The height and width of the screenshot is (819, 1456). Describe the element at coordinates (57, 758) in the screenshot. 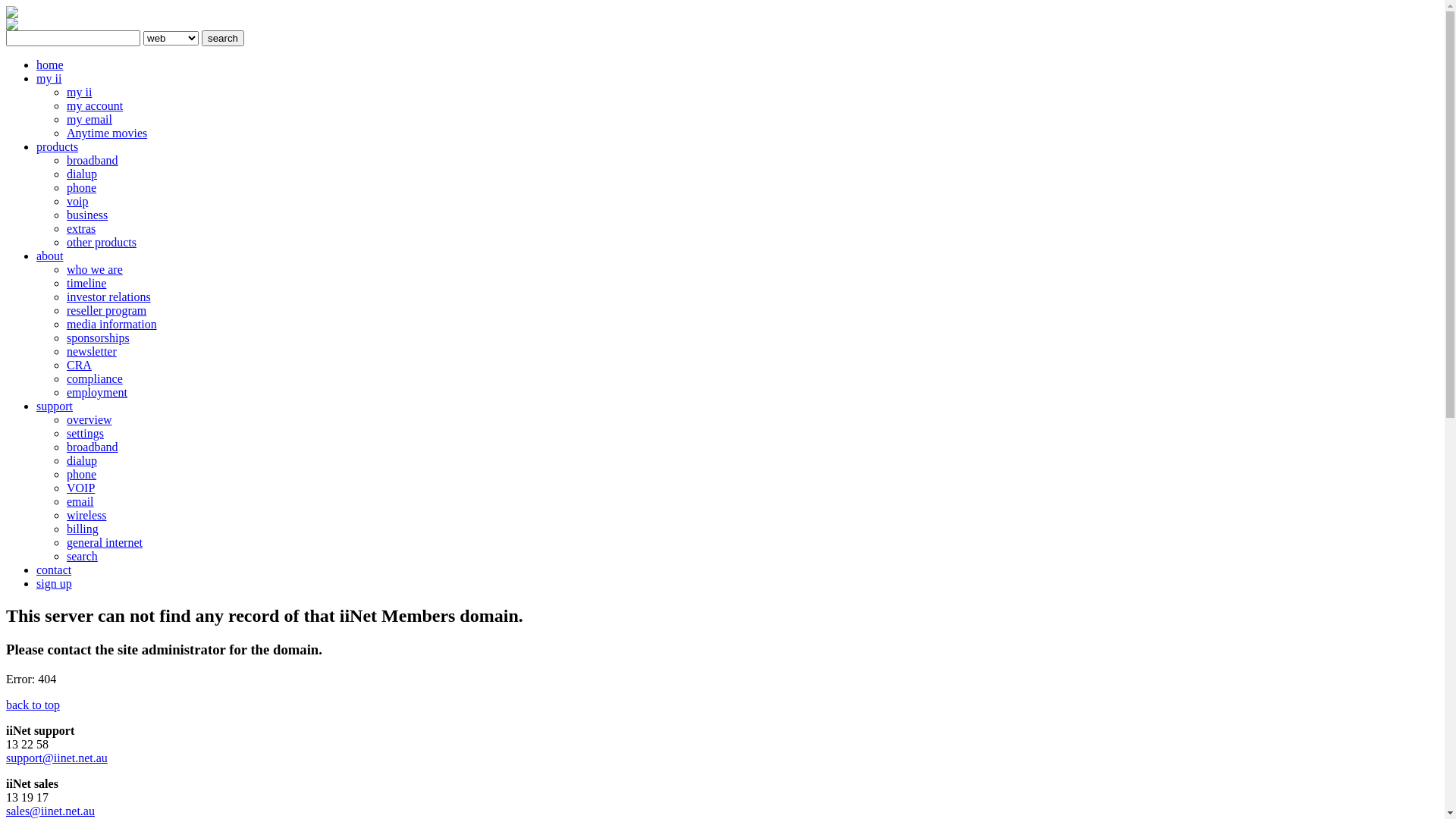

I see `'support@iinet.net.au'` at that location.